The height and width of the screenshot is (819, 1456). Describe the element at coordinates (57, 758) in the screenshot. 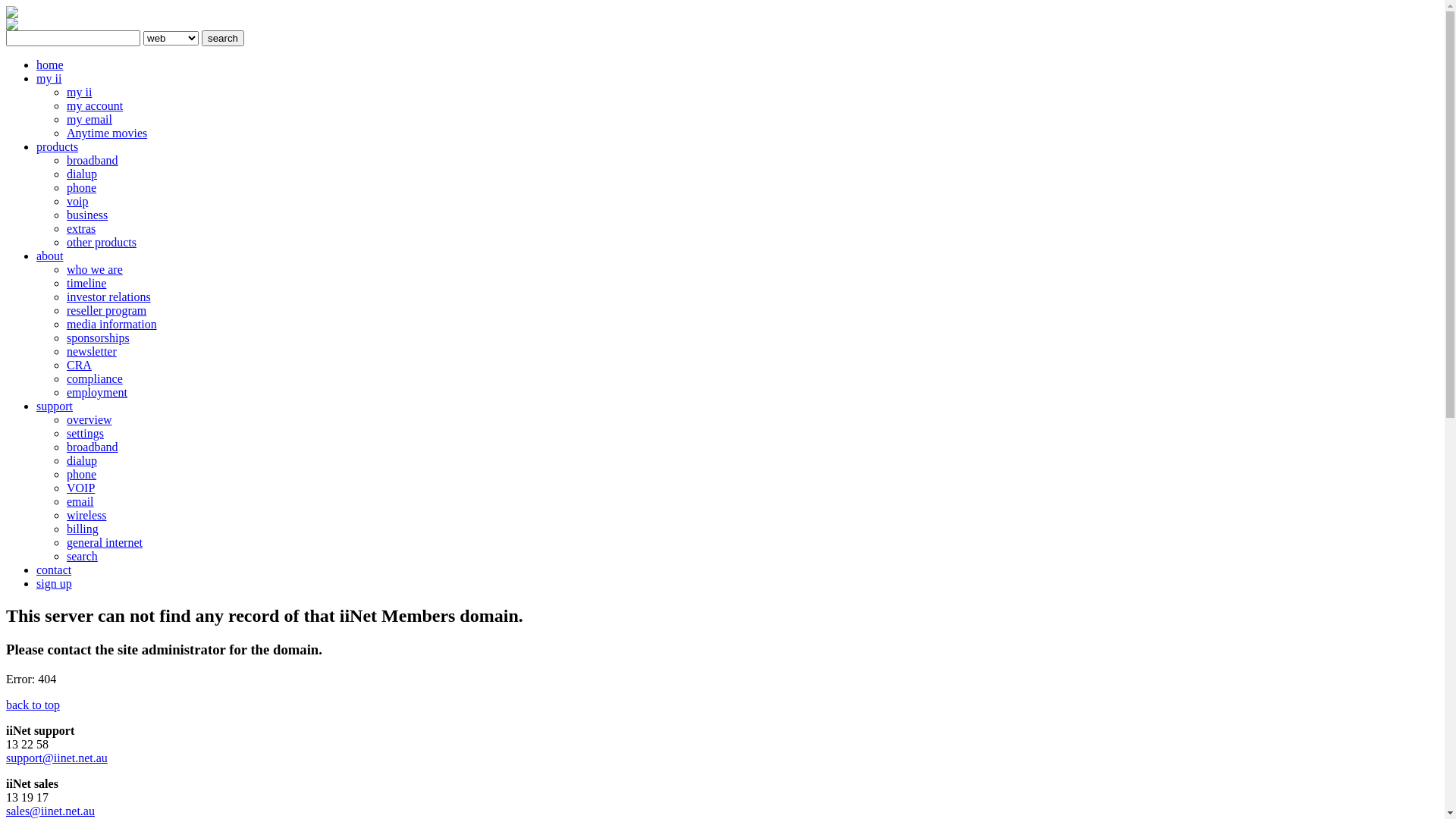

I see `'support@iinet.net.au'` at that location.